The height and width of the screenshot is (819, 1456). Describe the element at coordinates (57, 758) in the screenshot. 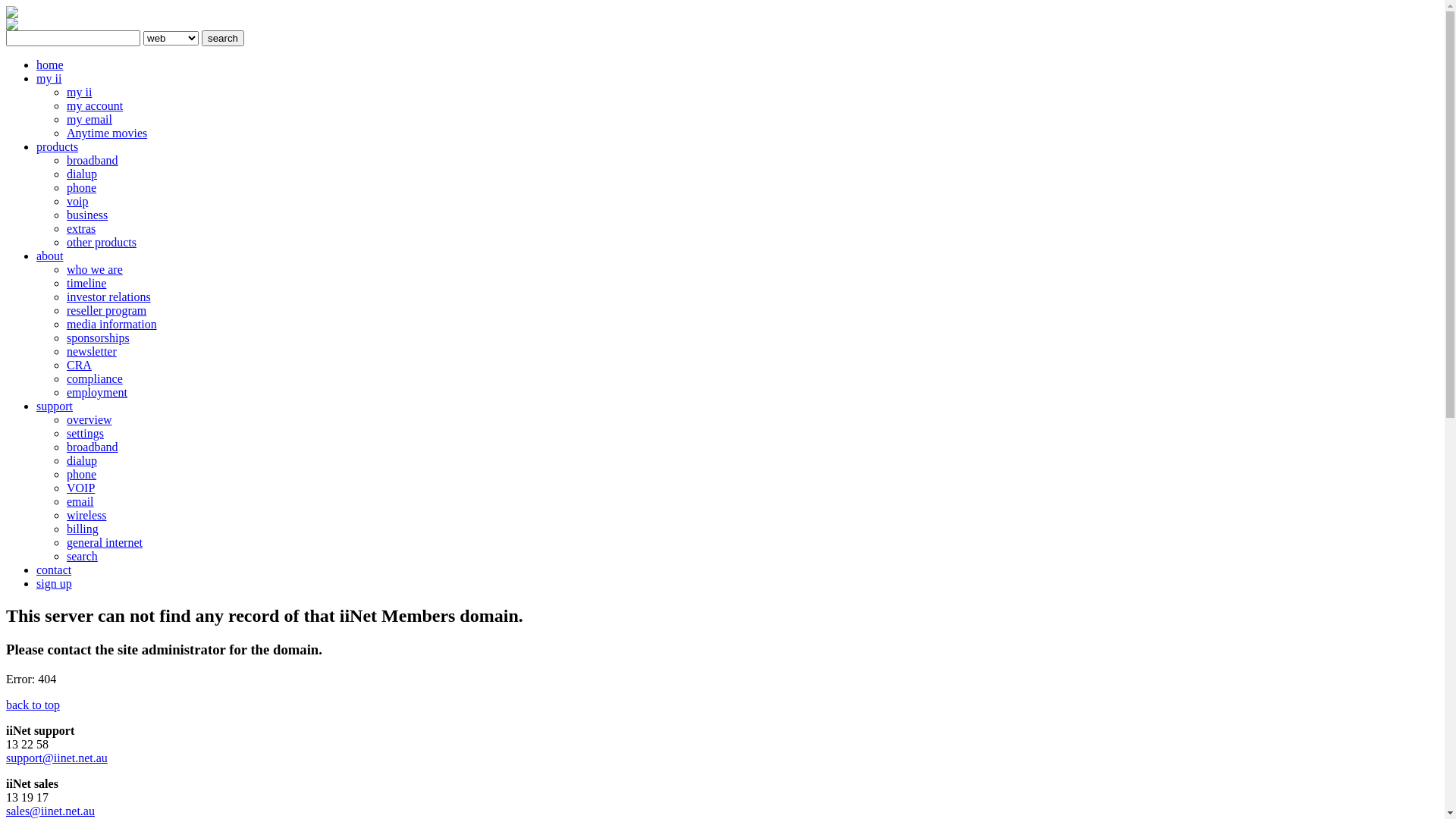

I see `'support@iinet.net.au'` at that location.